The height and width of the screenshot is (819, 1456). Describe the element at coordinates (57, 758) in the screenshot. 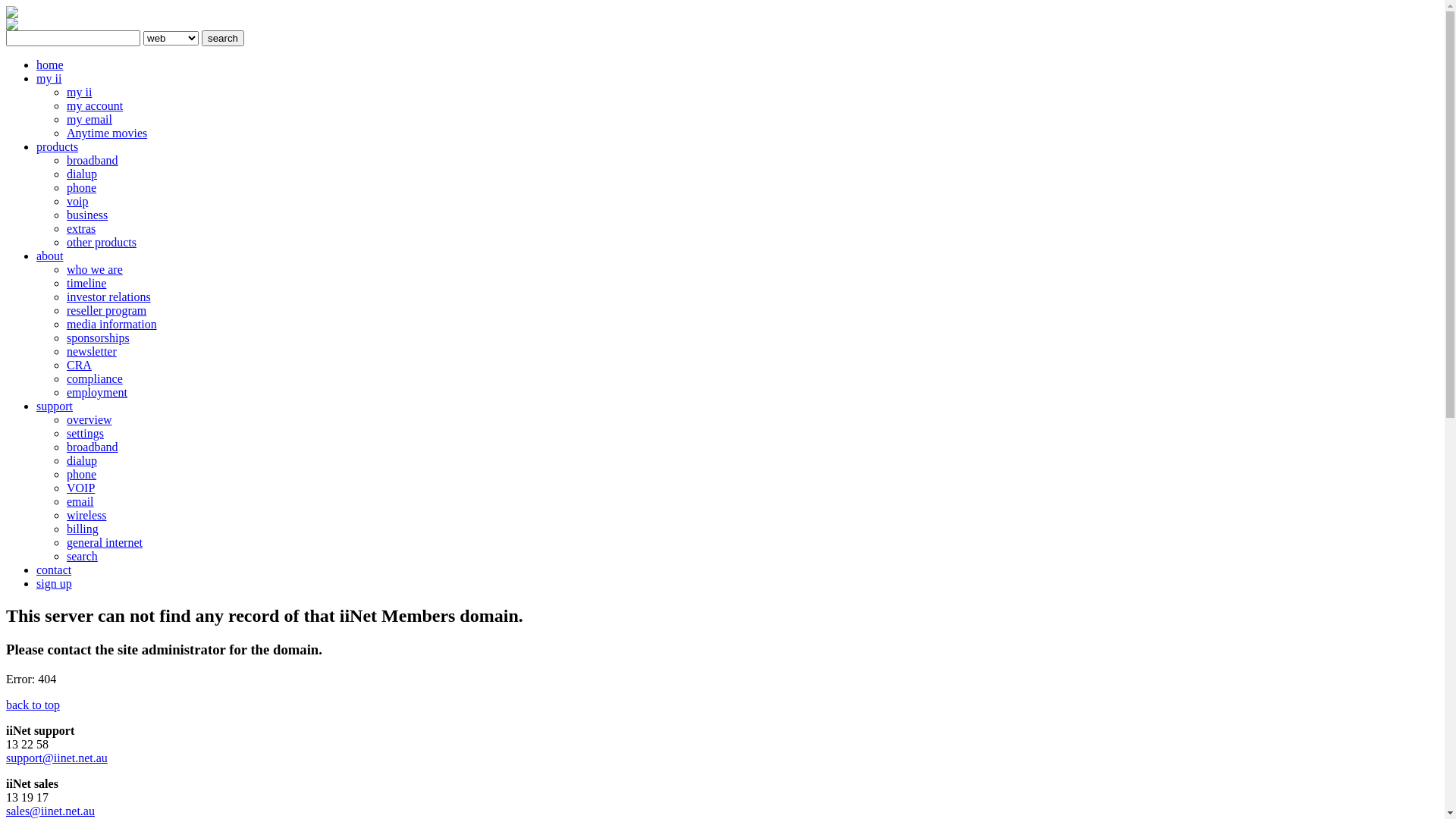

I see `'support@iinet.net.au'` at that location.